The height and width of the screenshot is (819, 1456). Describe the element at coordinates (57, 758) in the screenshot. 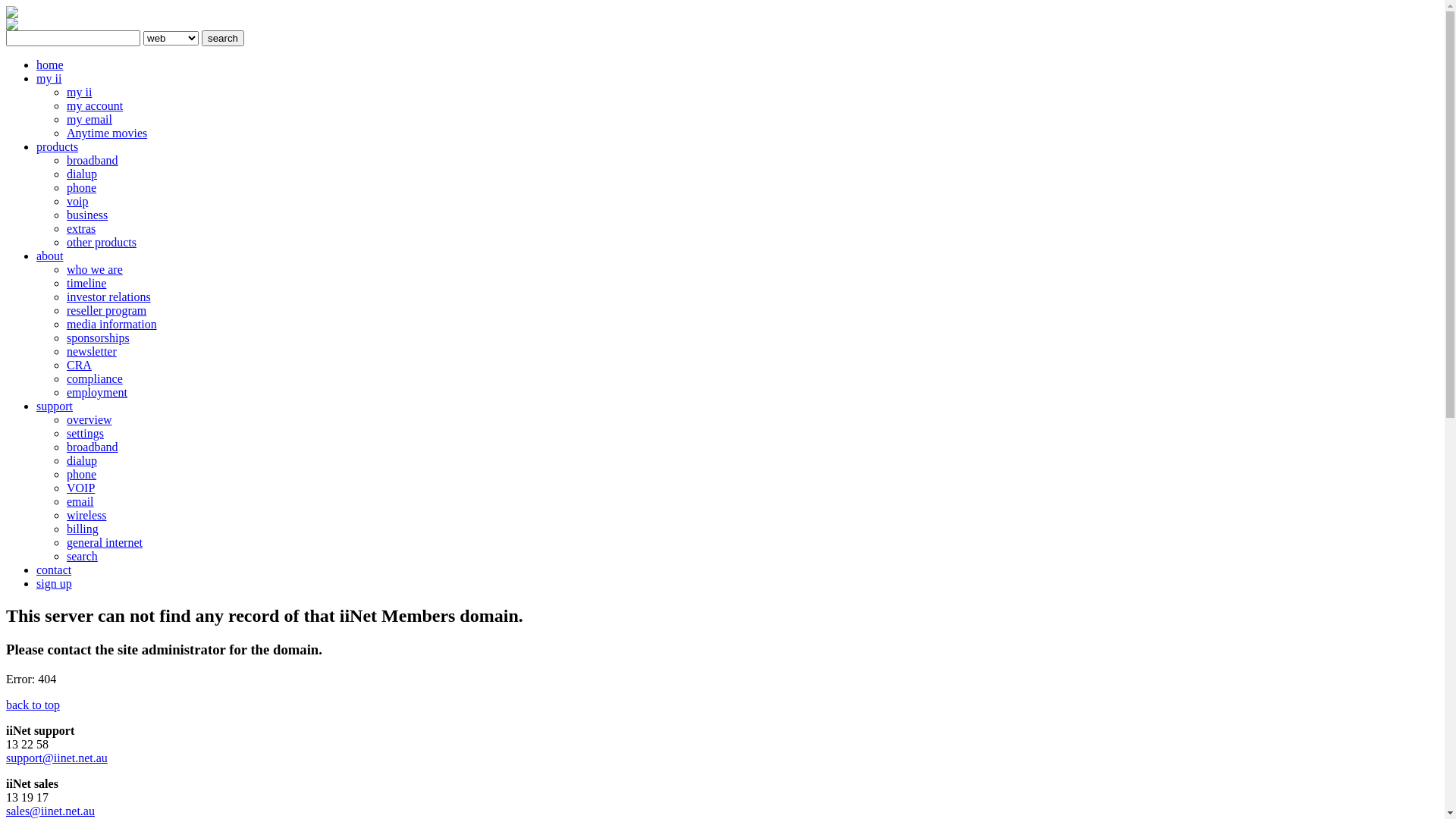

I see `'support@iinet.net.au'` at that location.